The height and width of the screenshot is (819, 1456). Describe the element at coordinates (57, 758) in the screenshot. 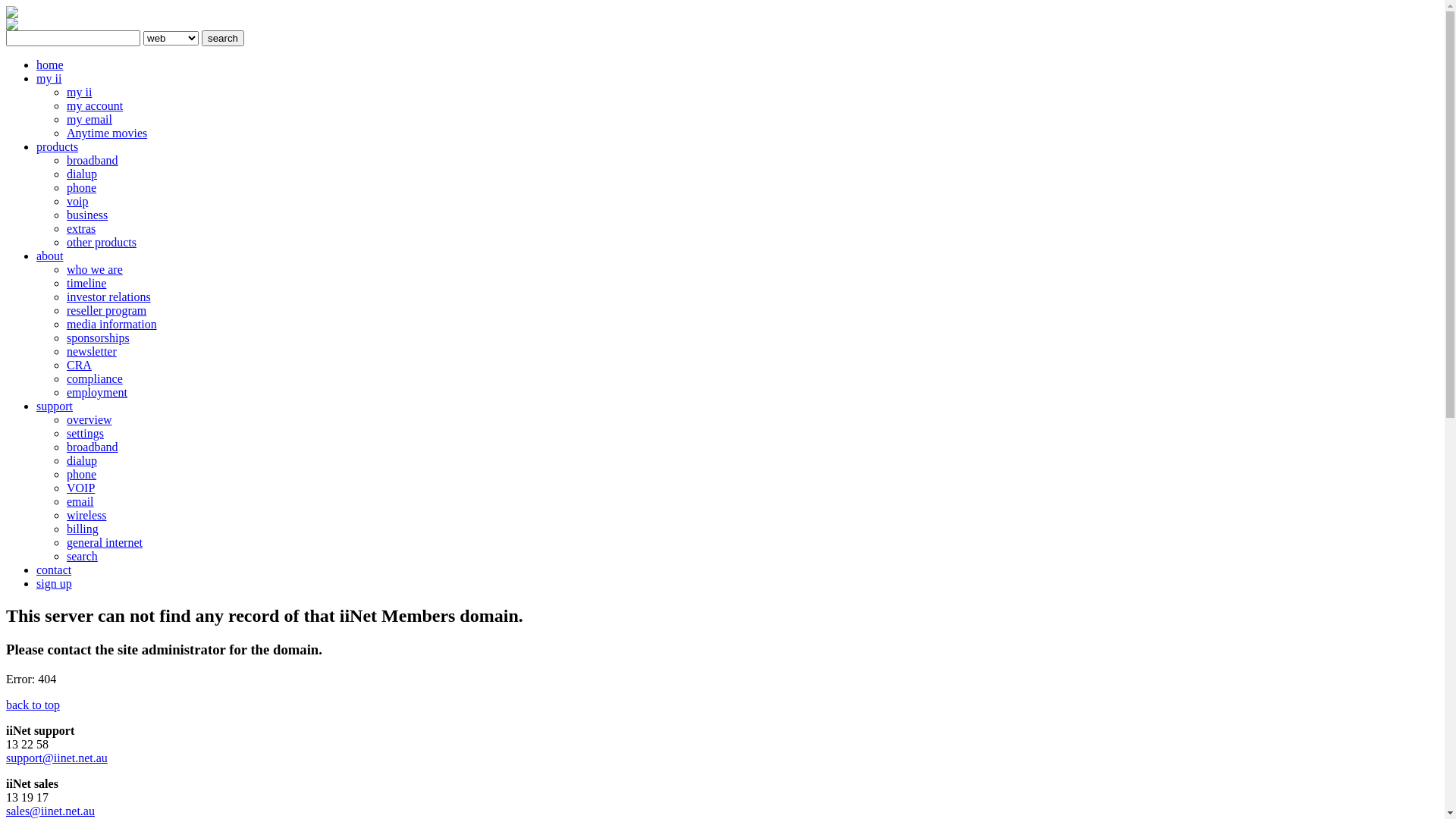

I see `'support@iinet.net.au'` at that location.